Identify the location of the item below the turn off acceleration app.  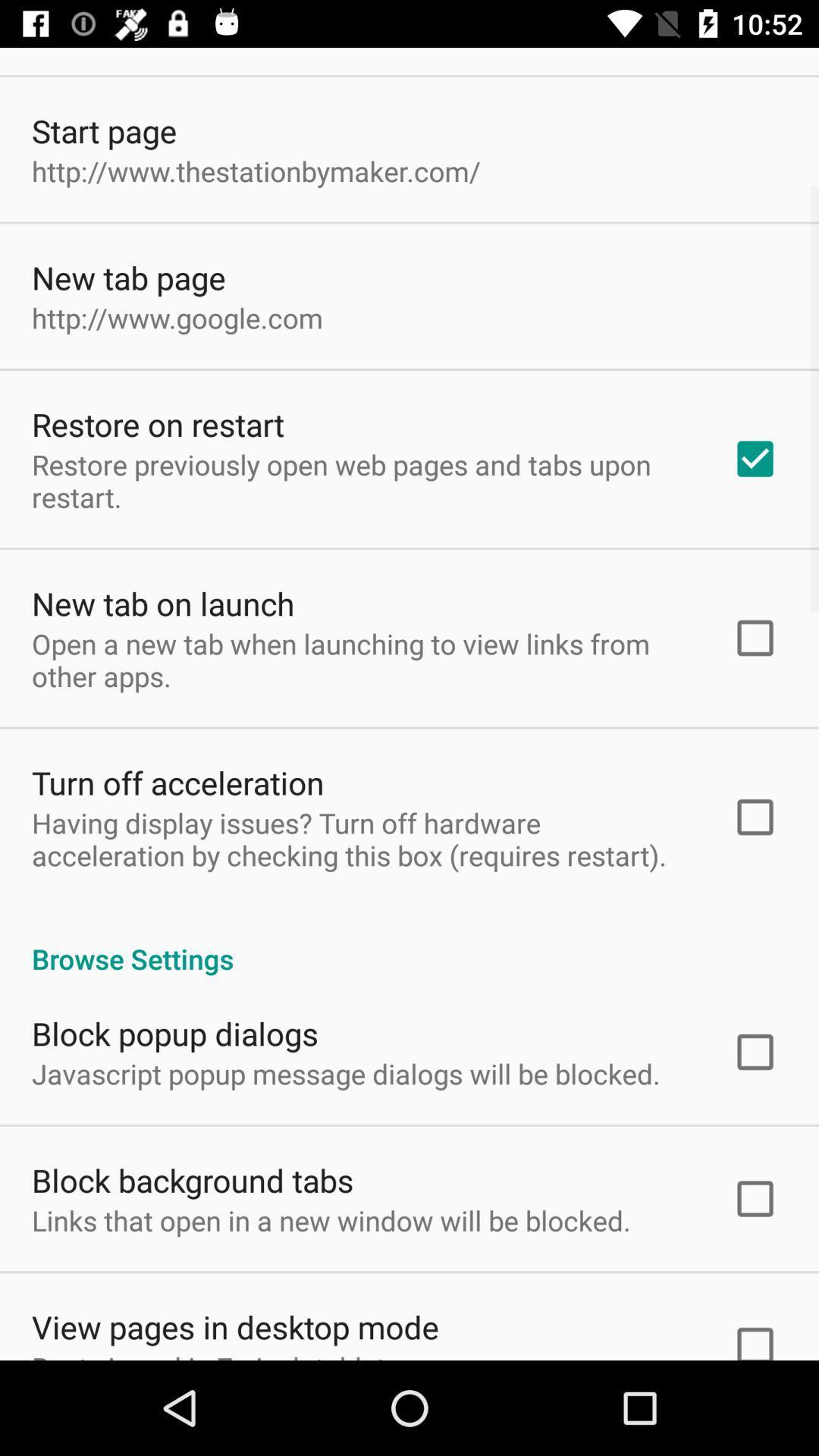
(362, 838).